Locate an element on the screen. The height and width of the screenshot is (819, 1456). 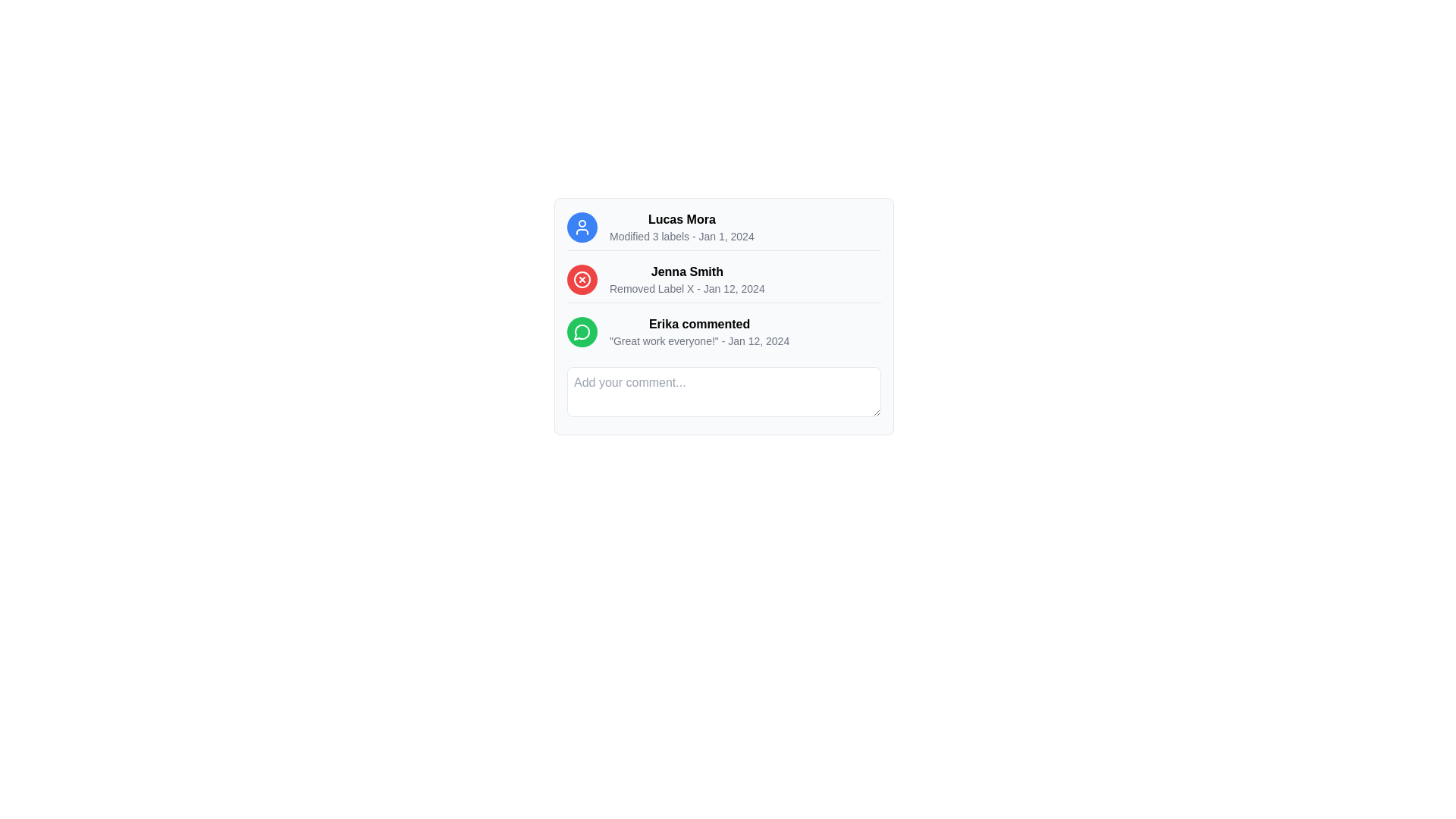
the speech bubble icon representing a comment or communication located to the left of the text 'Erika commented' is located at coordinates (581, 331).